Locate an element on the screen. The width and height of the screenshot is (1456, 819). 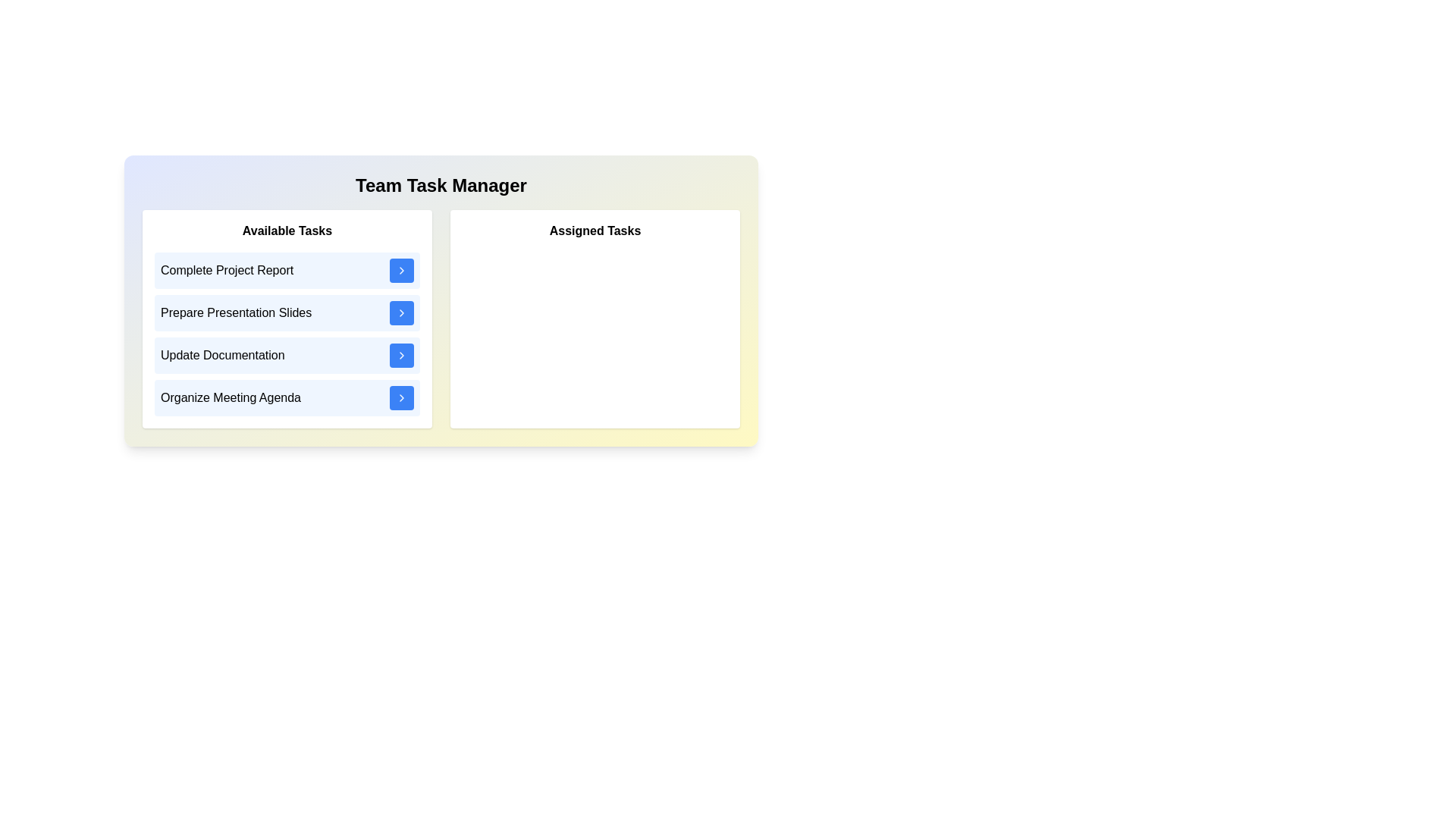
the button corresponding to the task Organize Meeting Agenda to assign it is located at coordinates (401, 397).